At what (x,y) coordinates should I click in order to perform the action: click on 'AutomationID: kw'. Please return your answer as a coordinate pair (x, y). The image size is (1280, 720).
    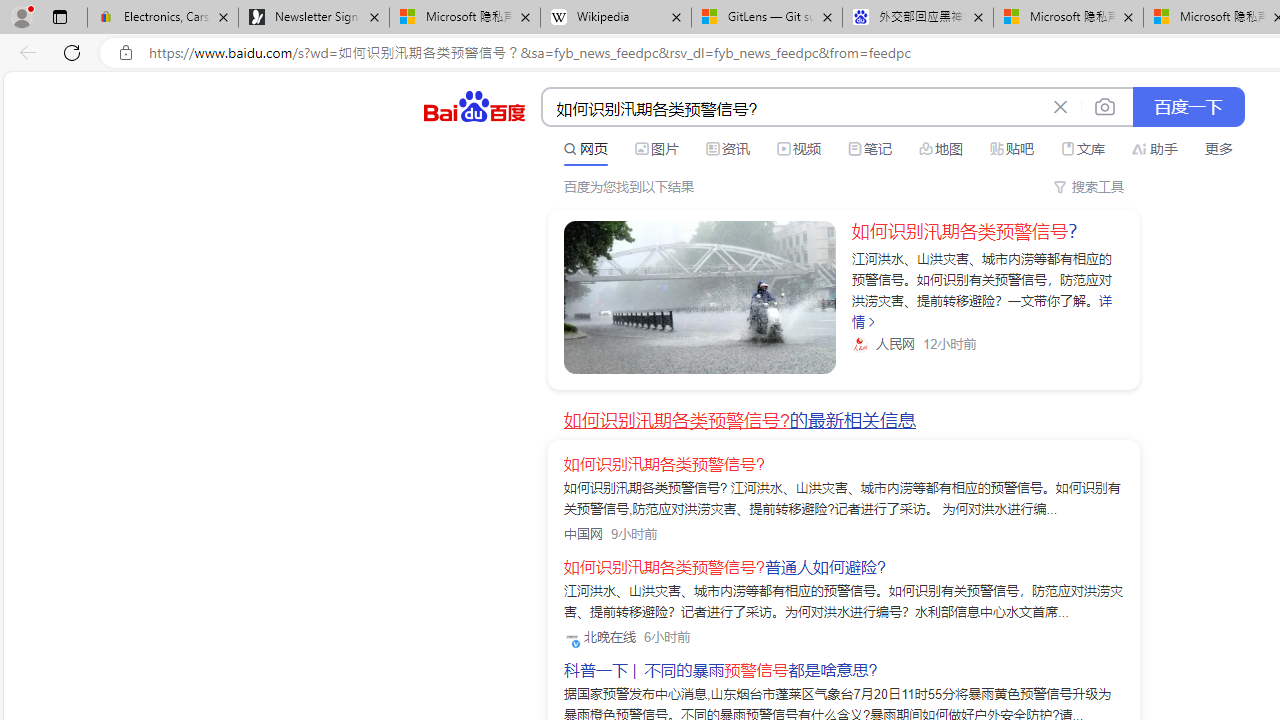
    Looking at the image, I should click on (792, 108).